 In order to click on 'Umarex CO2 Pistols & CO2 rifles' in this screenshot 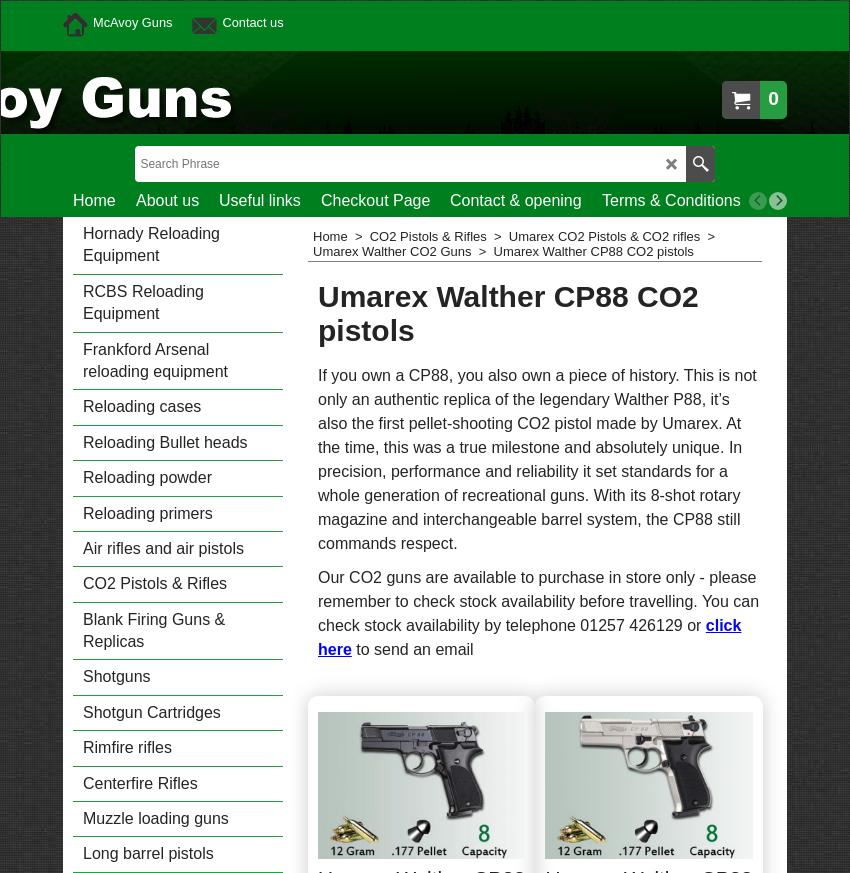, I will do `click(507, 235)`.